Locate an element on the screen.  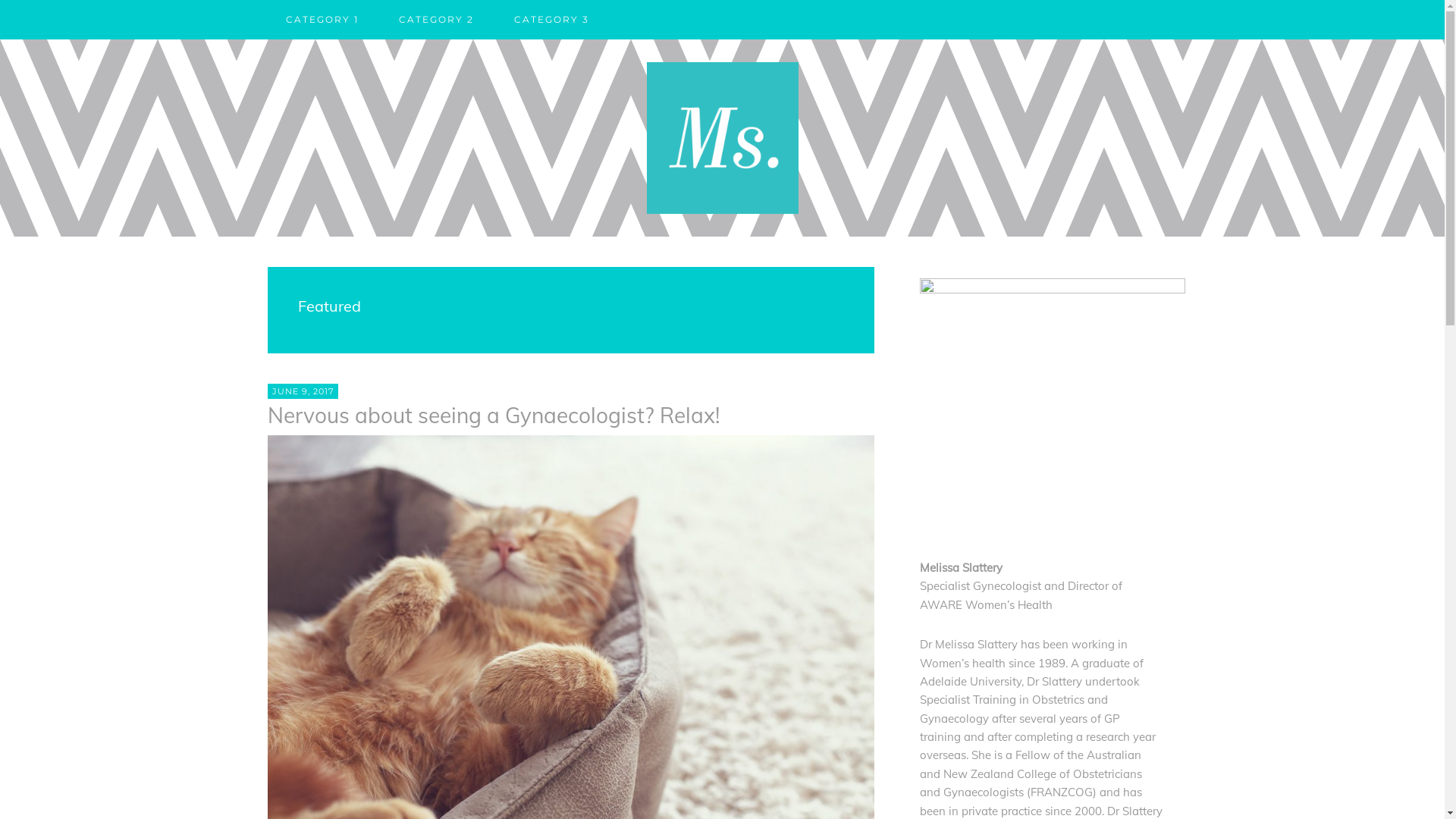
'CATEGORY 3' is located at coordinates (495, 20).